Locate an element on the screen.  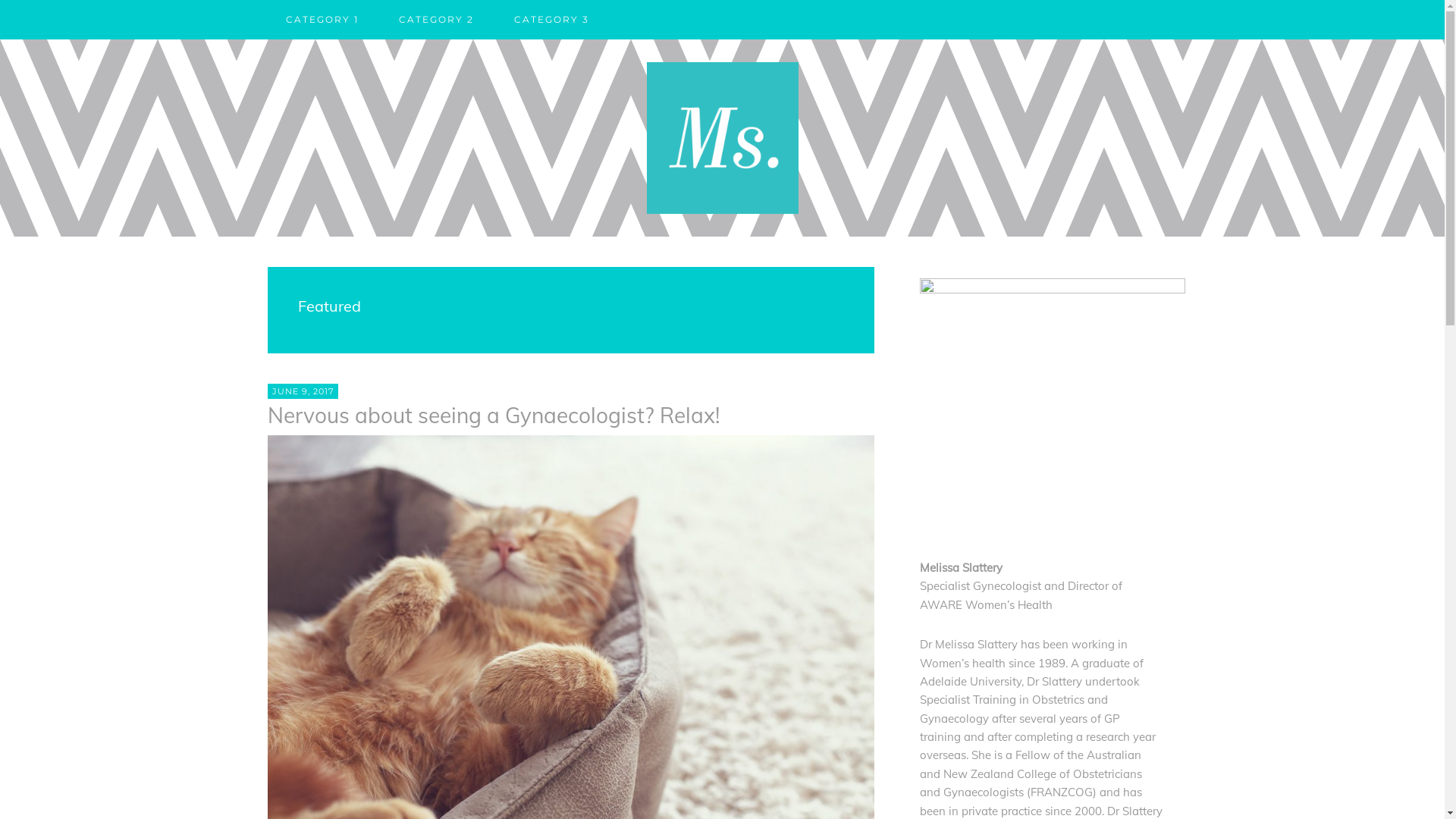
'CATEGORY 3' is located at coordinates (495, 20).